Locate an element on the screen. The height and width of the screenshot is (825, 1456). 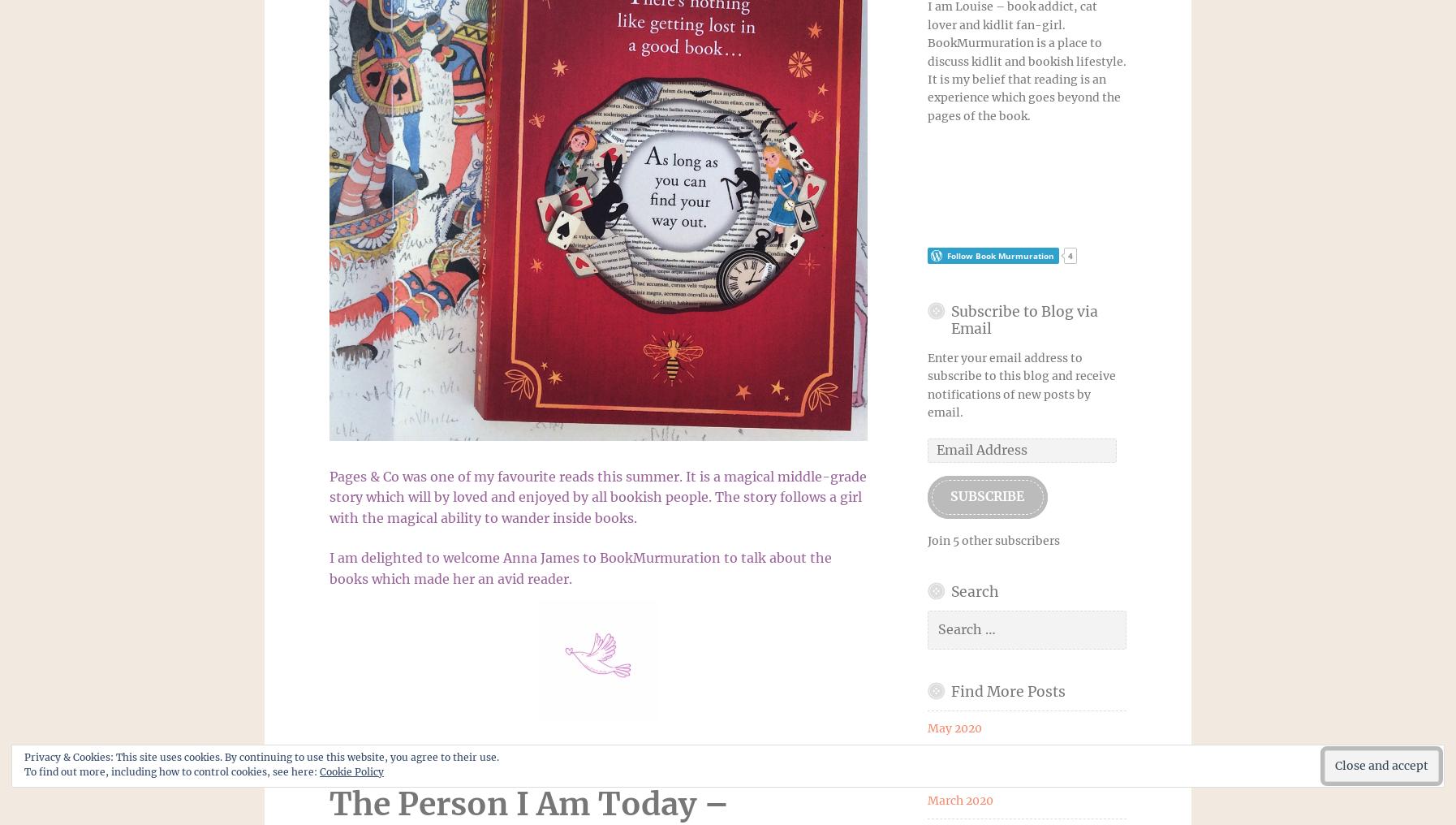
'April 2020' is located at coordinates (954, 763).